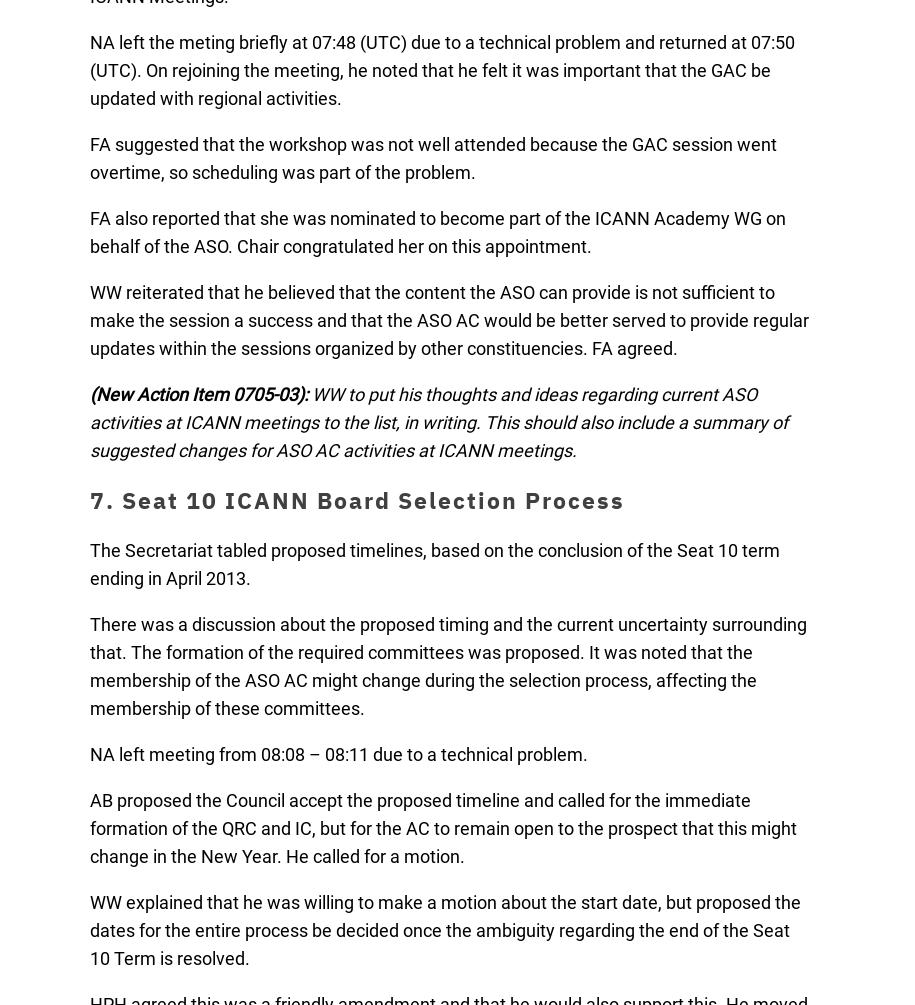 The image size is (915, 1005). I want to click on 'FA also reported that she was nominated to become part of the ICANN Academy WG on behalf of the ASO. Chair congratulated her on this appointment.', so click(438, 231).